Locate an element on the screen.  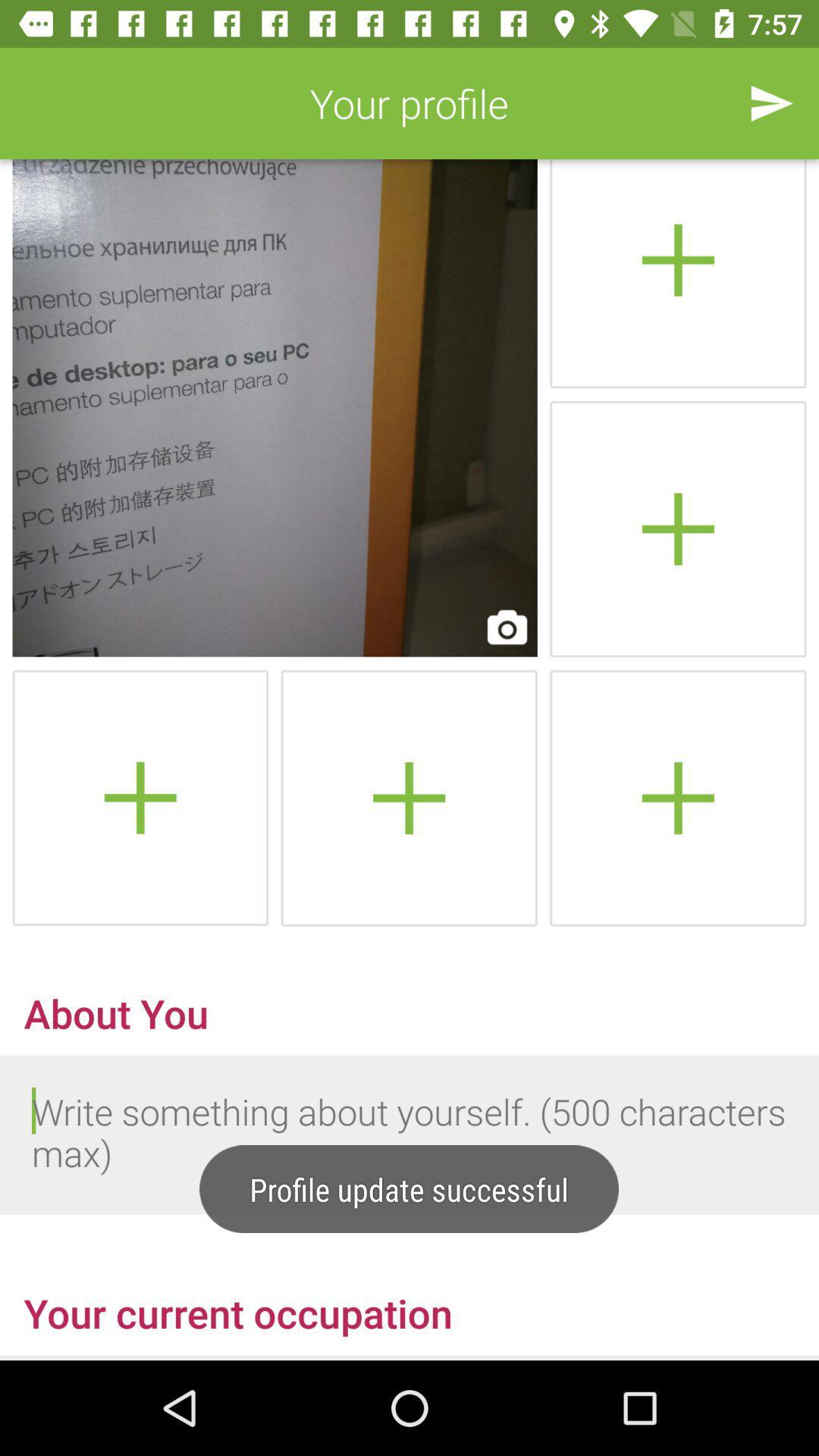
image is located at coordinates (140, 797).